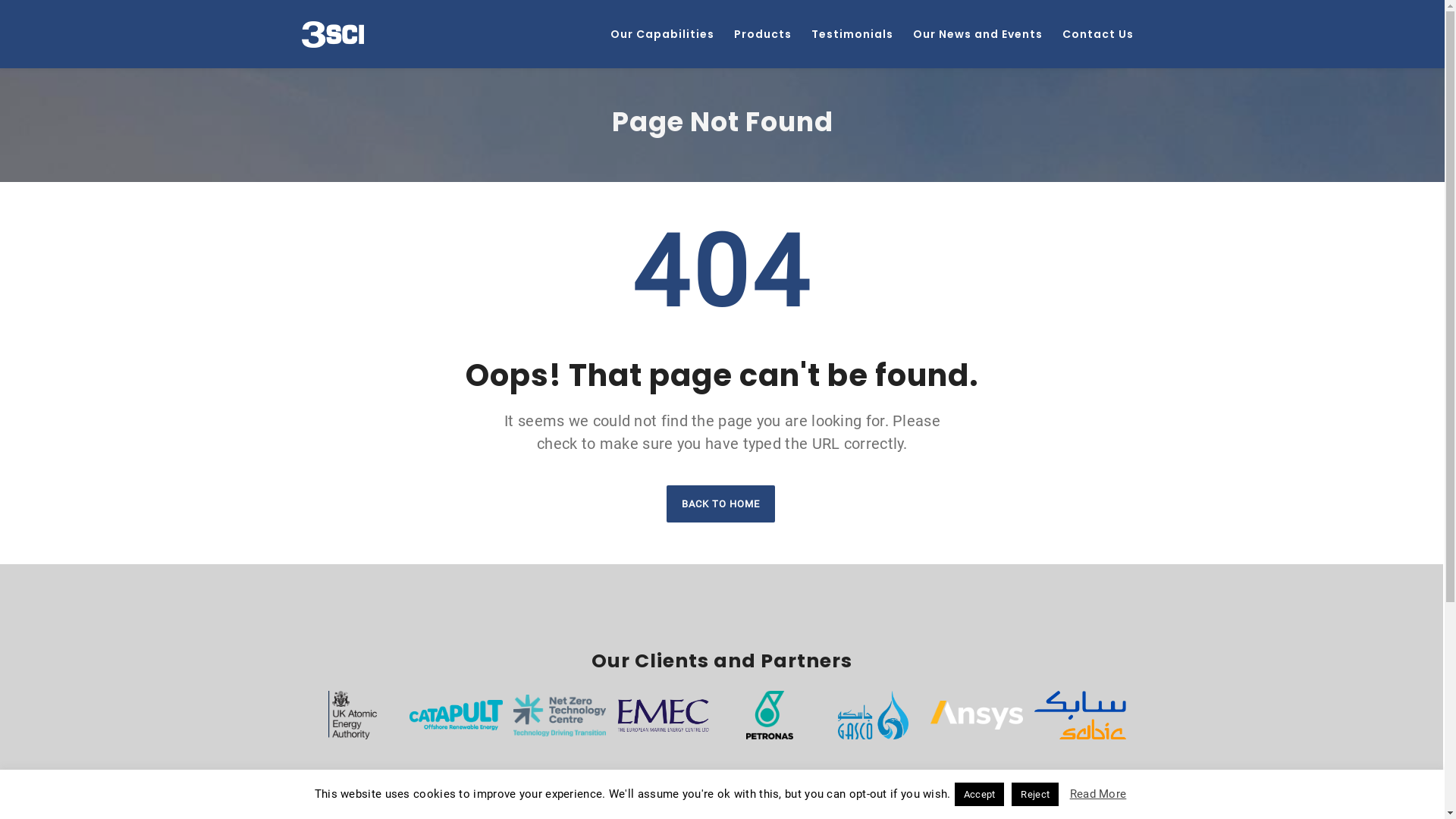  What do you see at coordinates (800, 34) in the screenshot?
I see `'Testimonials'` at bounding box center [800, 34].